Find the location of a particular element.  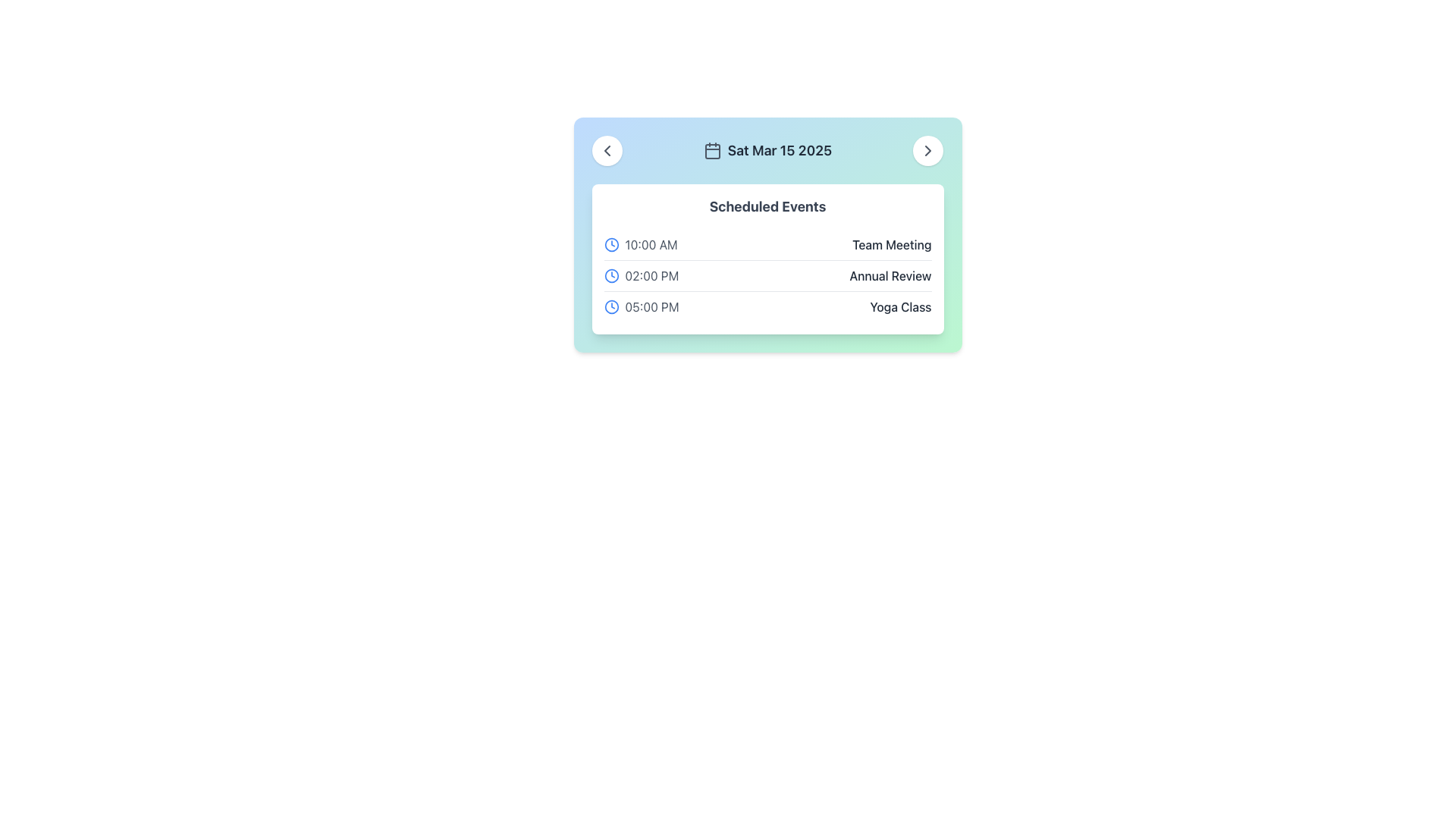

the text label displaying the time '05:00 PM' in the list of scheduled events, located in the bottom-right quadrant of the interface is located at coordinates (651, 307).